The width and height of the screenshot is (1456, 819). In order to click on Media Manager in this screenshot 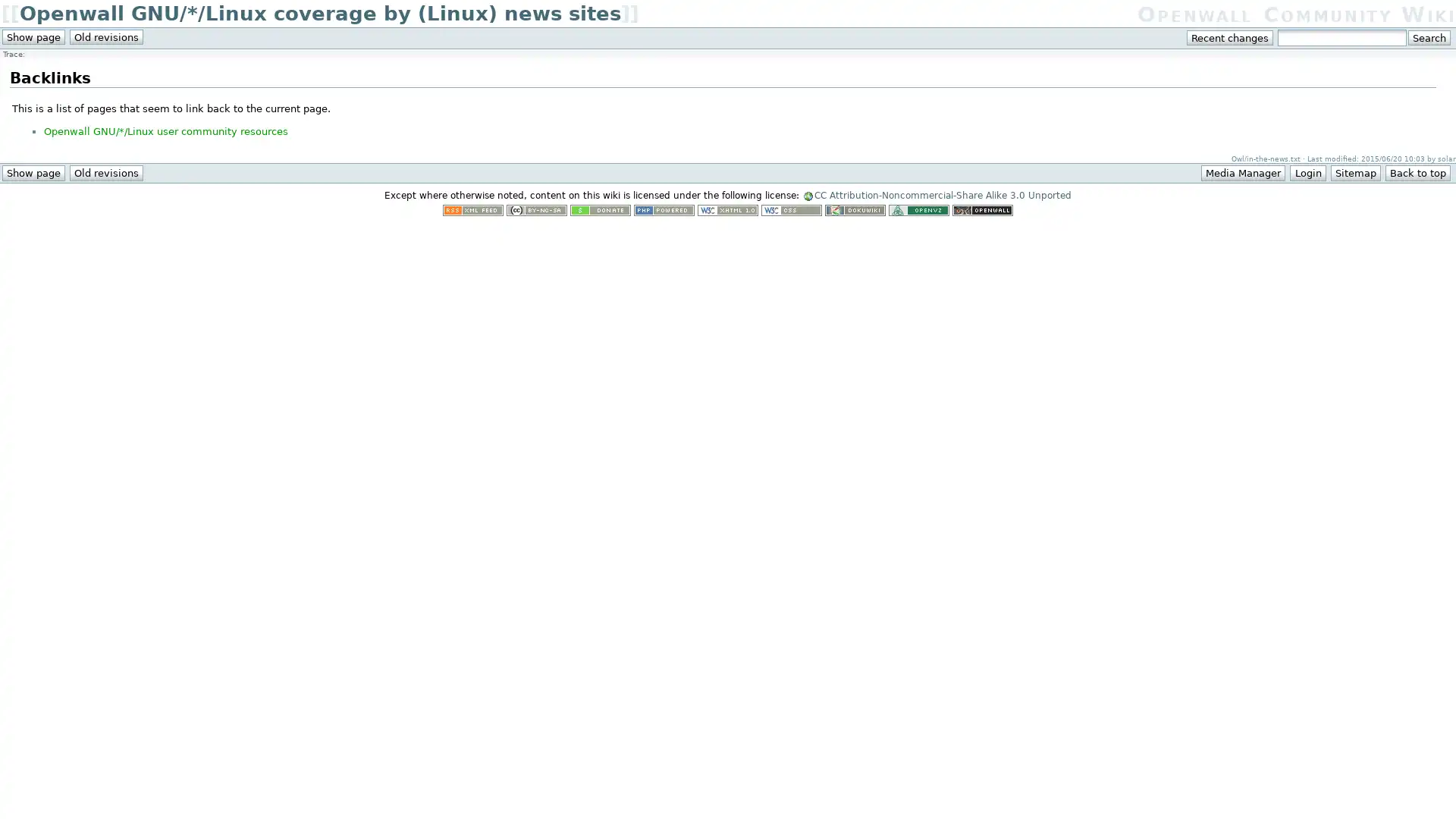, I will do `click(1243, 171)`.